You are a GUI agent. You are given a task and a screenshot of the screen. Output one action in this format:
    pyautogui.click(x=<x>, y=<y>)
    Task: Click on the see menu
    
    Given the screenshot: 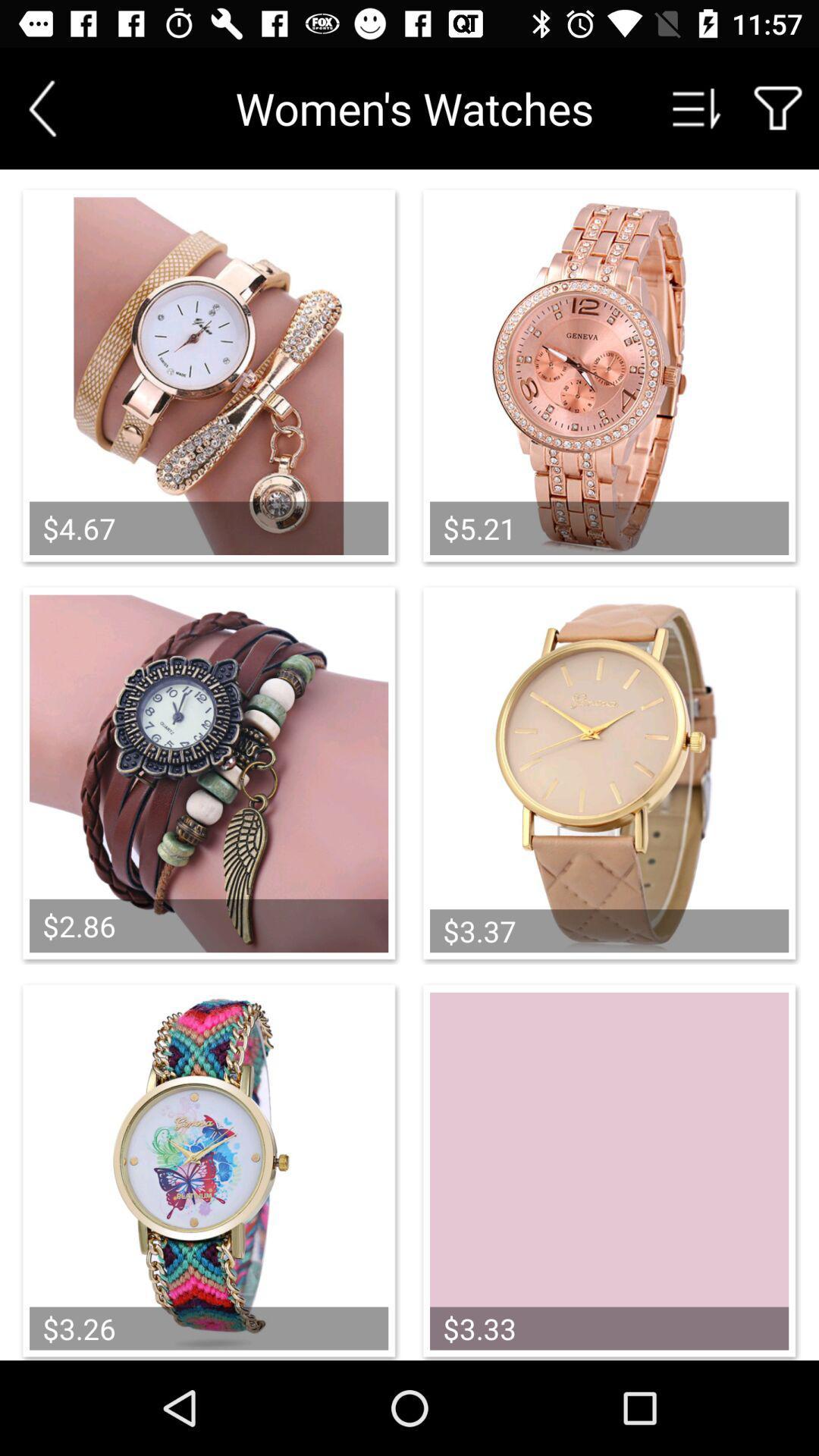 What is the action you would take?
    pyautogui.click(x=697, y=108)
    